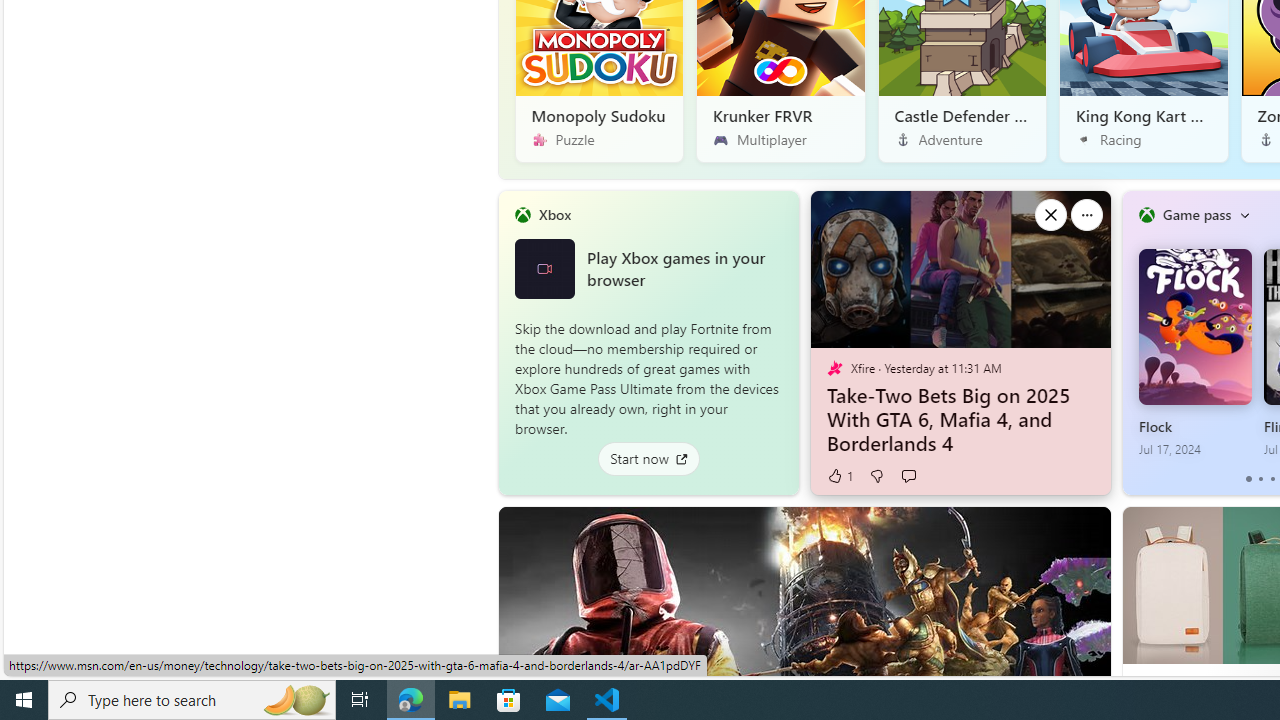 The height and width of the screenshot is (720, 1280). I want to click on 'Start now', so click(648, 458).